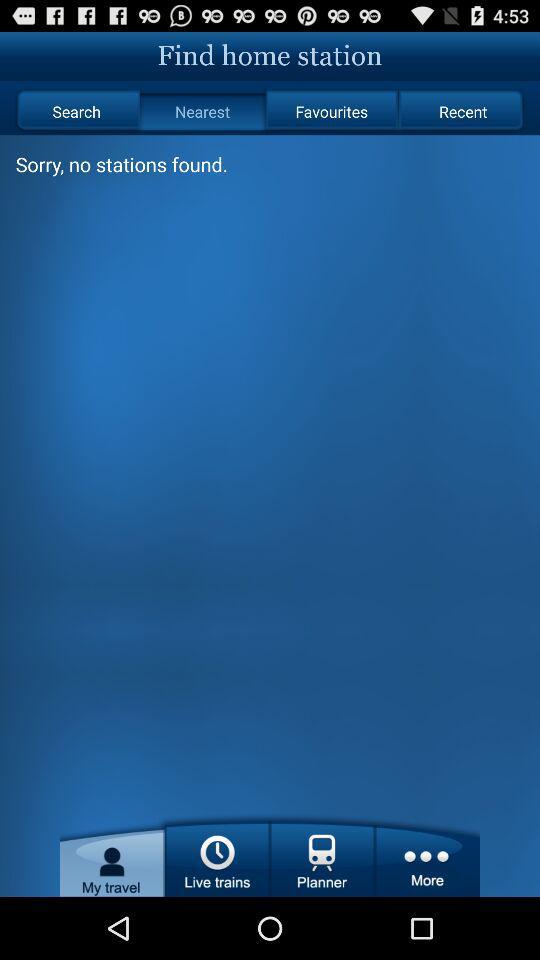  I want to click on the more icon, so click(426, 914).